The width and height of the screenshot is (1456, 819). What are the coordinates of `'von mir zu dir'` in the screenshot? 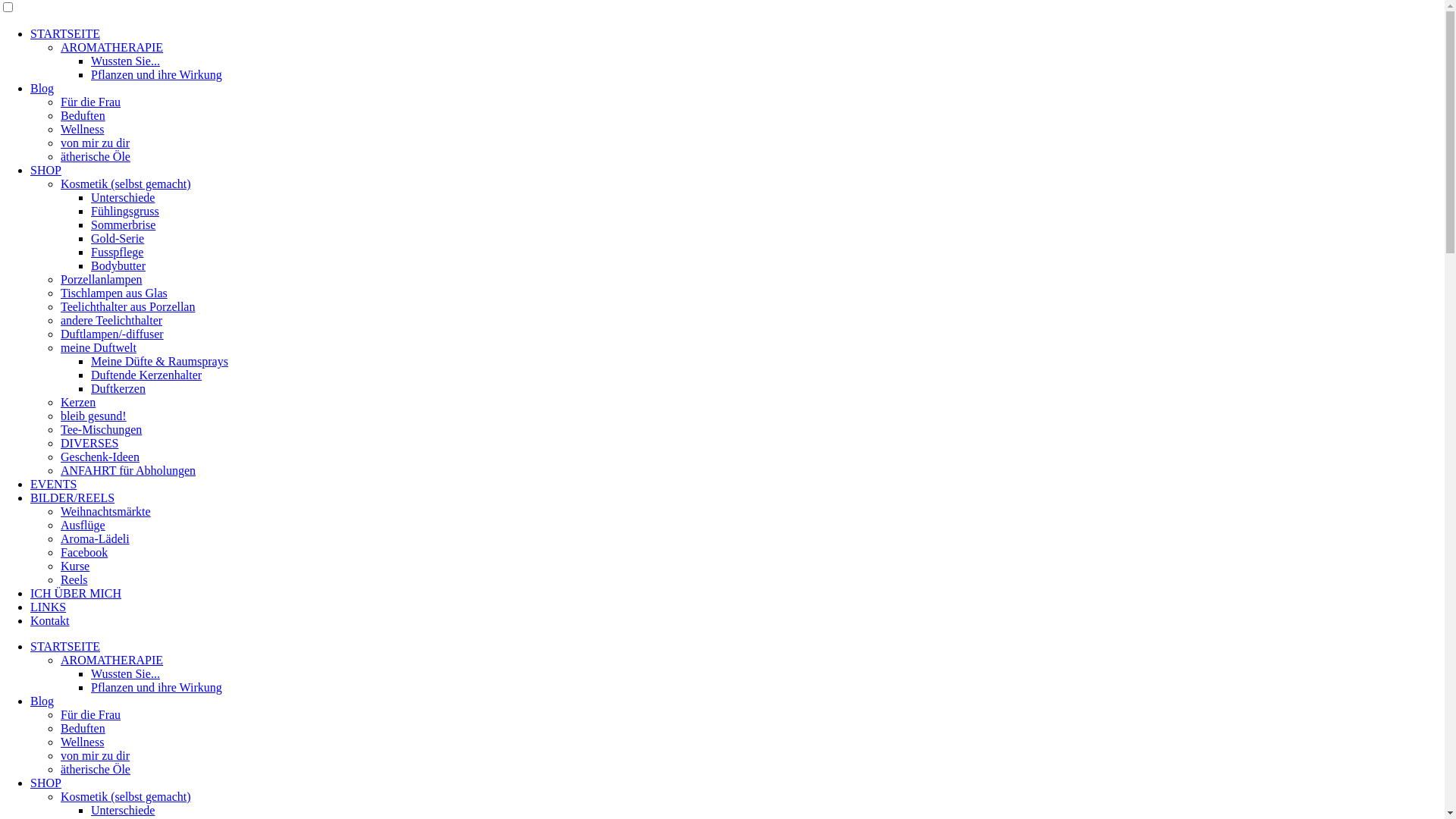 It's located at (94, 143).